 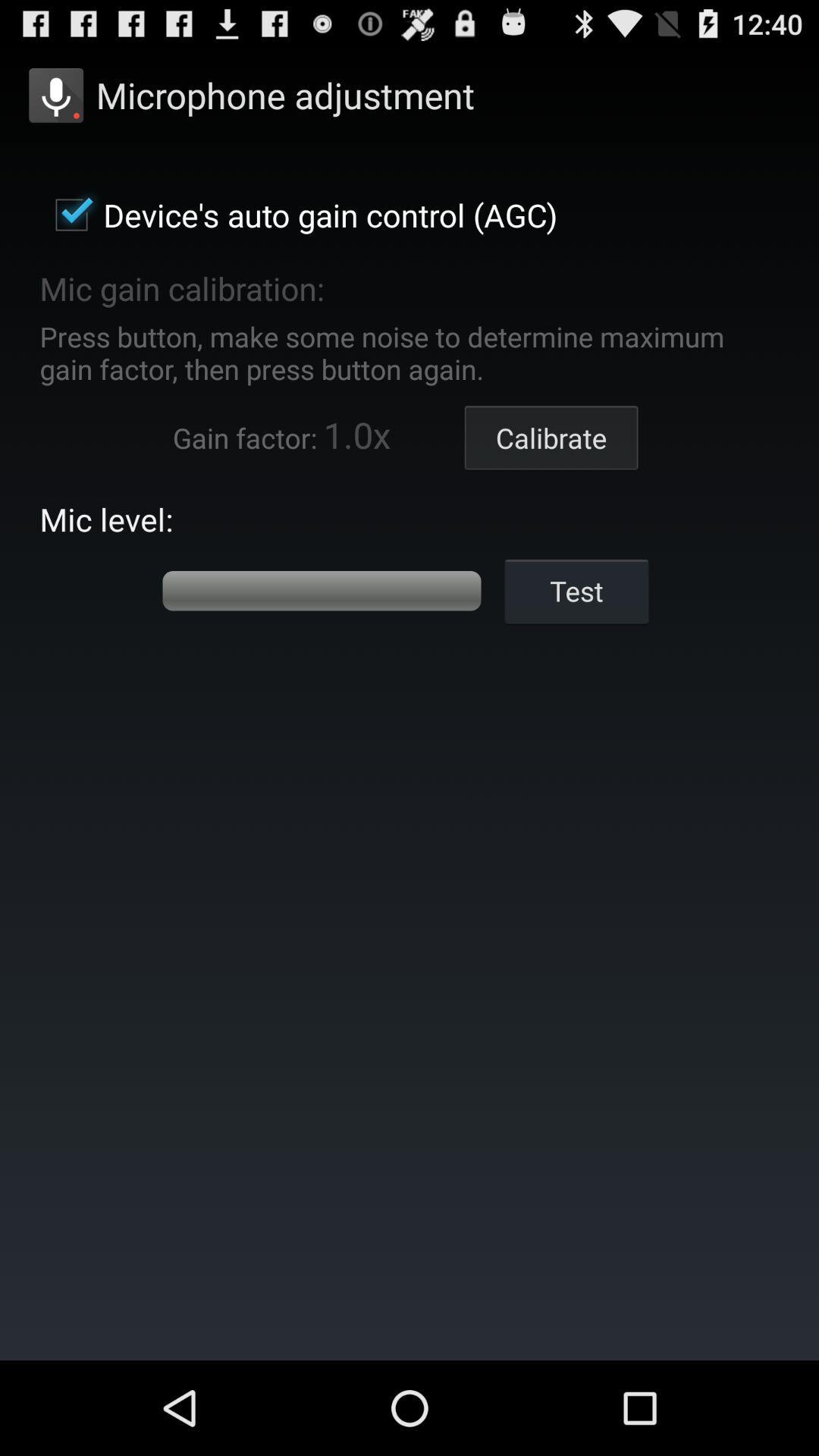 I want to click on the device s auto checkbox, so click(x=298, y=214).